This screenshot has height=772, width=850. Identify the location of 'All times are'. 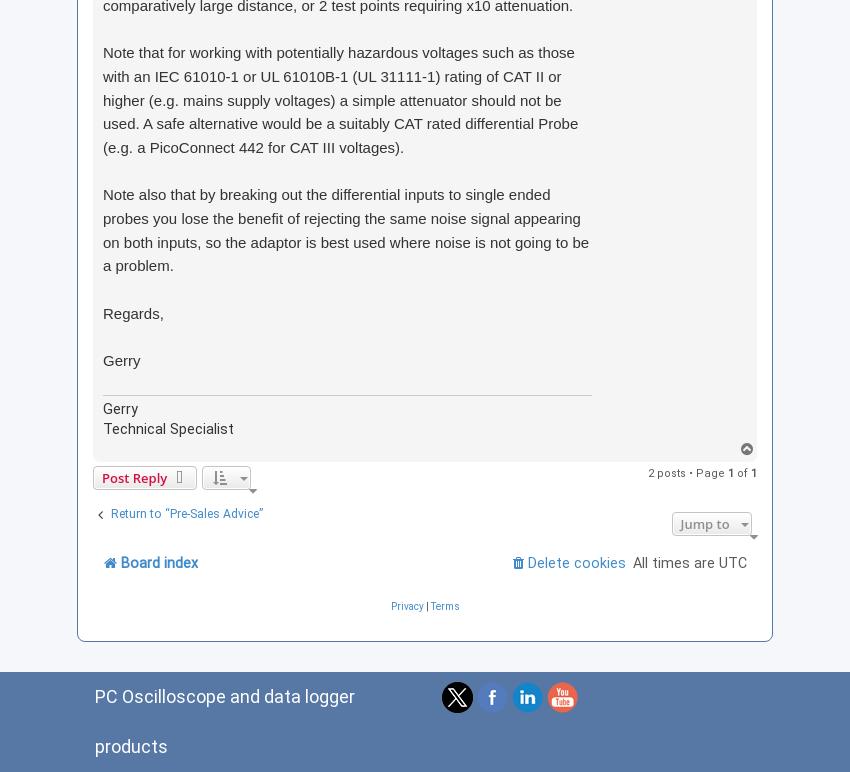
(676, 561).